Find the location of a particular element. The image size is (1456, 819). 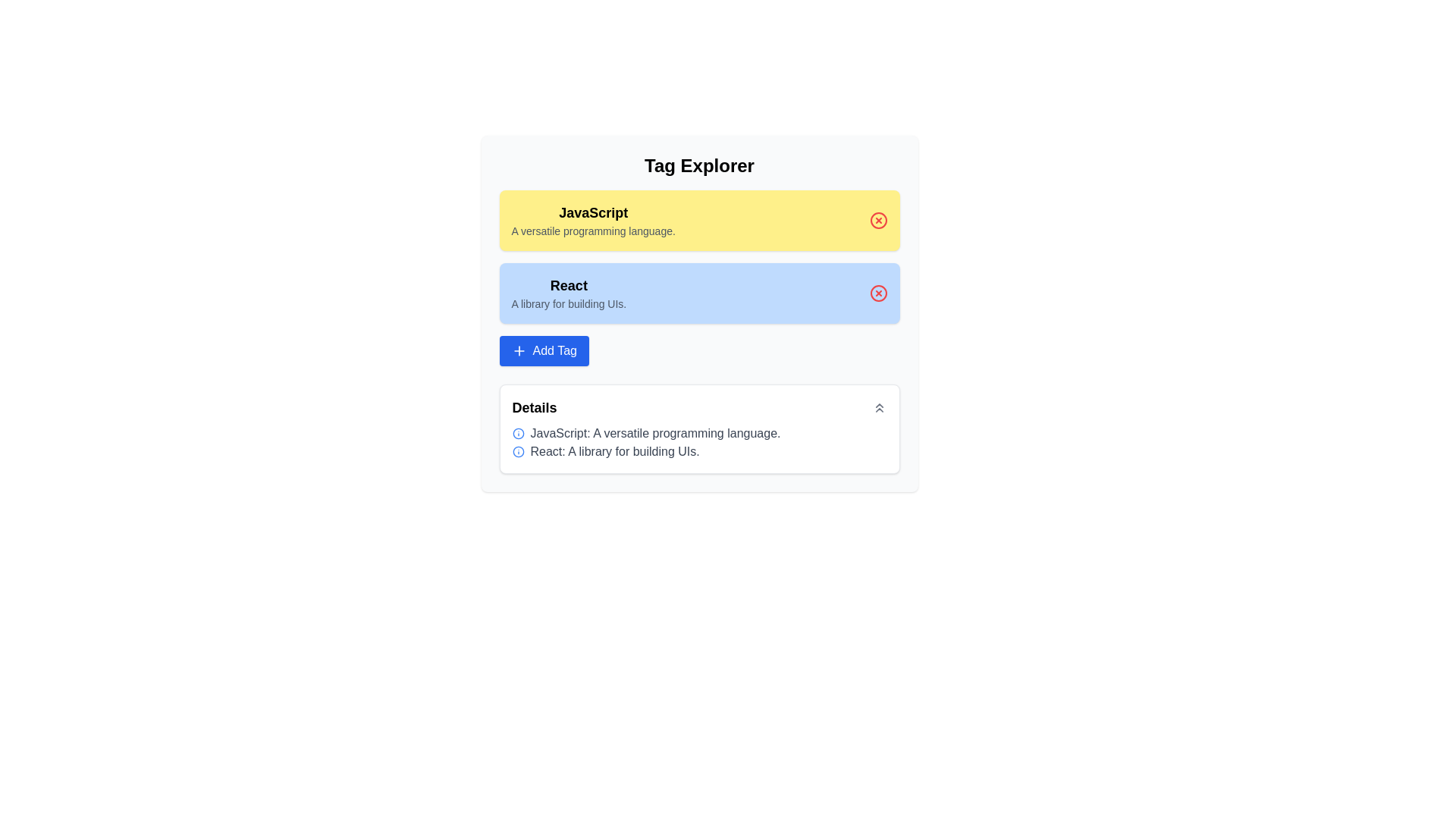

the delete icon located on the right end of the 'React' section in the 'Tag Explorer' interface is located at coordinates (878, 293).